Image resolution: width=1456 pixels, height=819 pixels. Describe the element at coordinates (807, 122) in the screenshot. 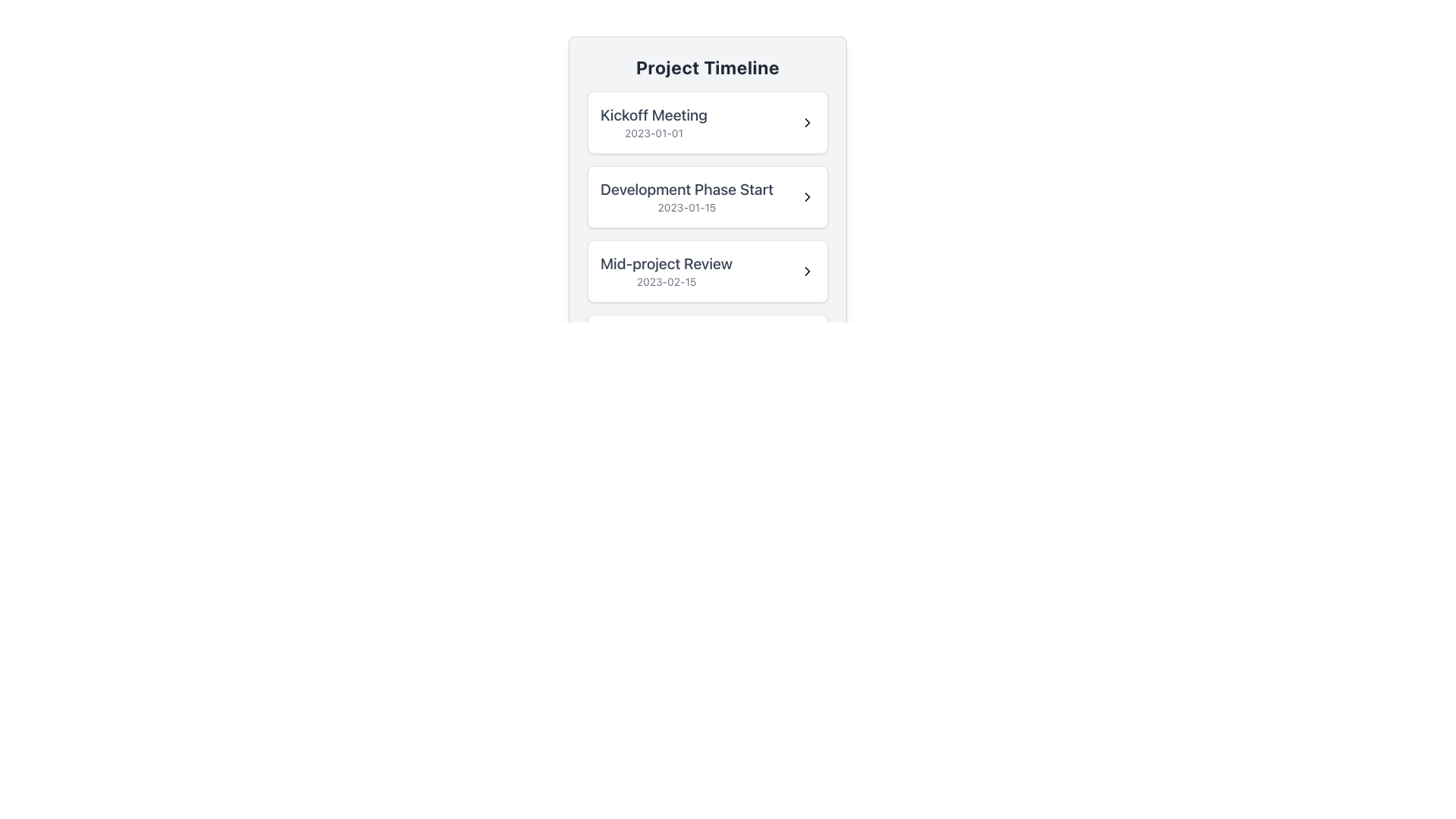

I see `the icon indicating the navigable action for the 'Kickoff Meeting' list item located at the far-right side adjacent to the '2023-01-01' date text` at that location.